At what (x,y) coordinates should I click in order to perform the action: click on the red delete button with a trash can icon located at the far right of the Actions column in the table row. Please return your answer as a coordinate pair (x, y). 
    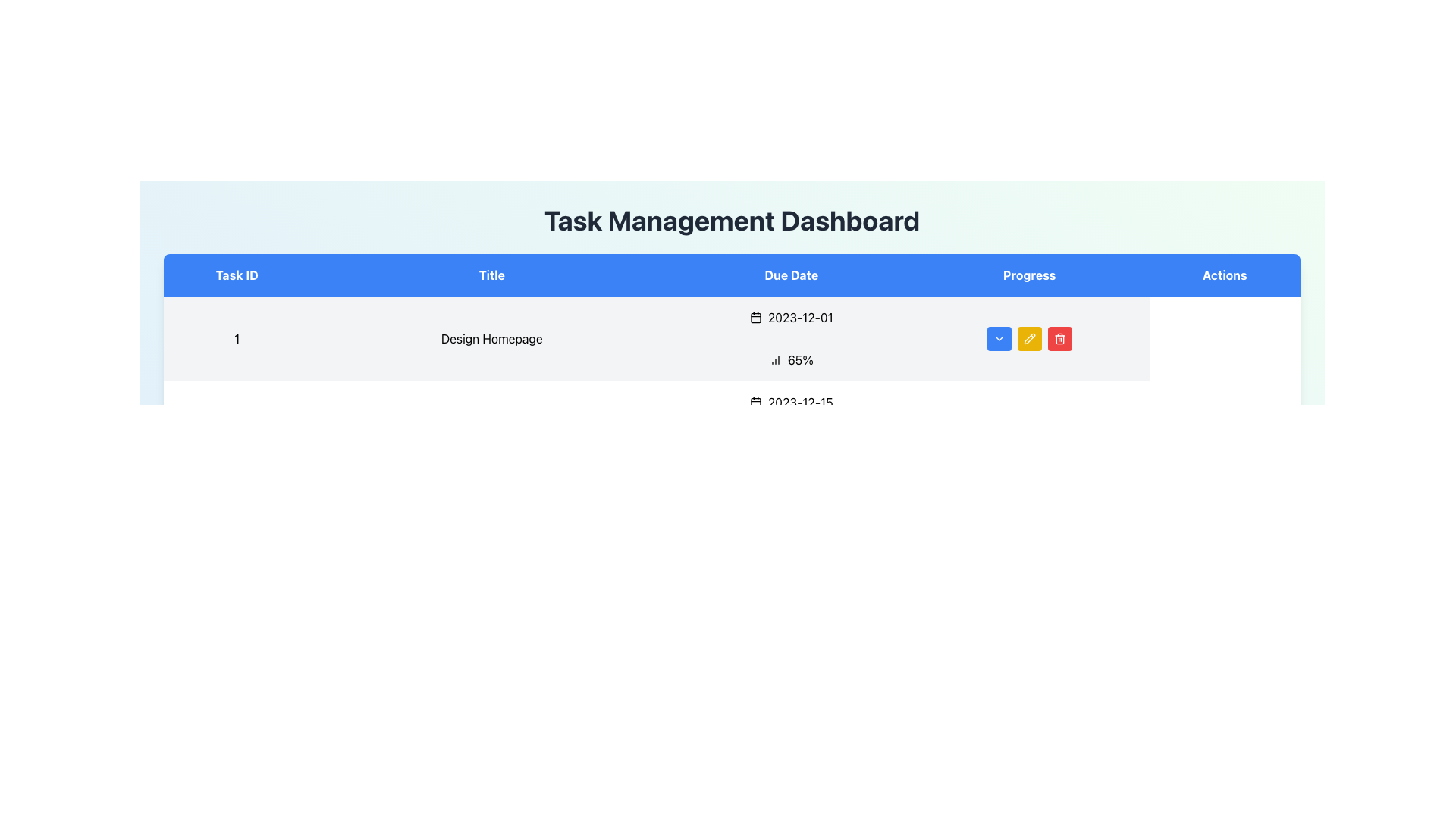
    Looking at the image, I should click on (1059, 338).